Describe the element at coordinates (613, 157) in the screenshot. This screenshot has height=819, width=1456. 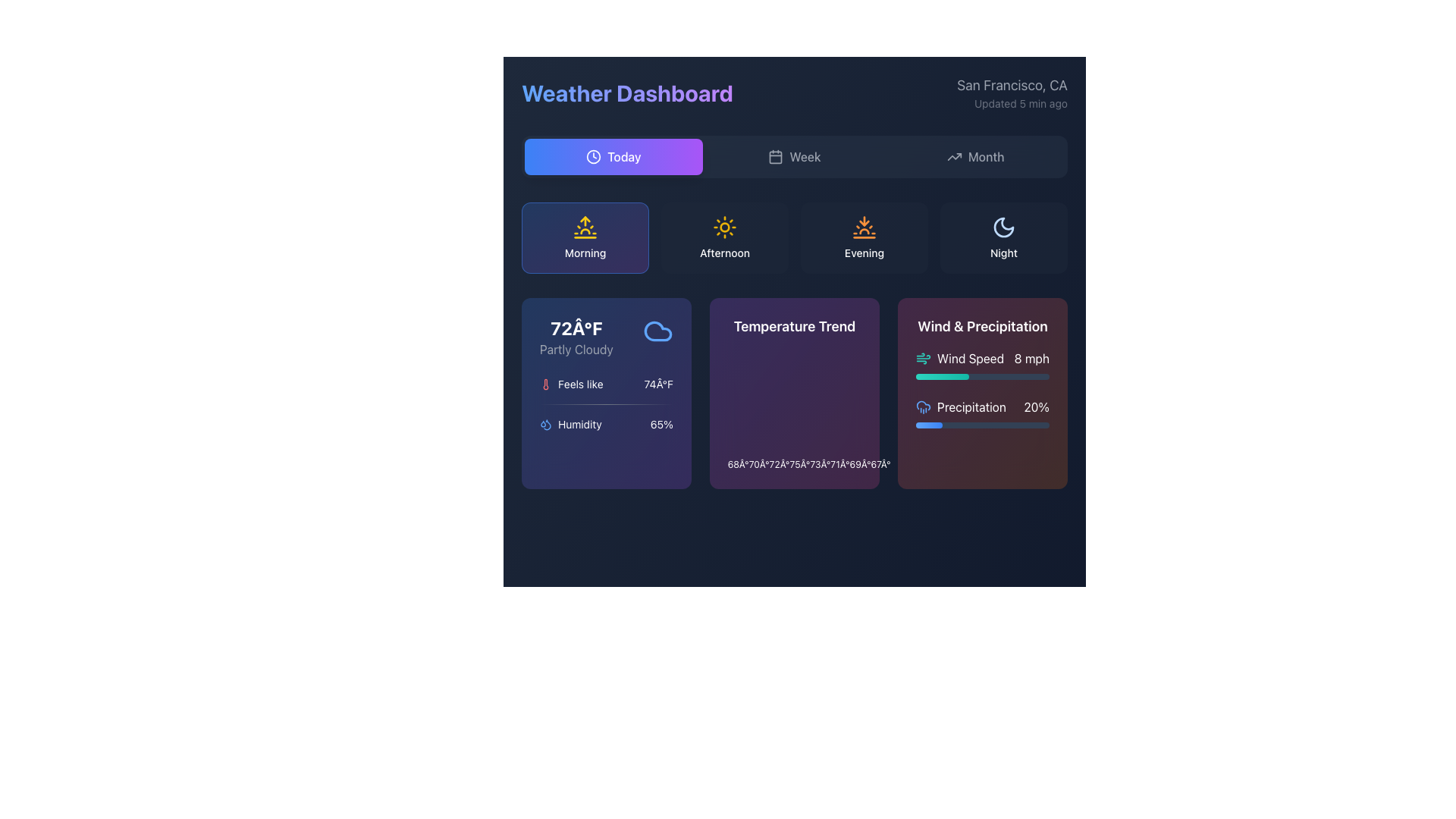
I see `the 'Today' button located under the 'Weather Dashboard' title` at that location.